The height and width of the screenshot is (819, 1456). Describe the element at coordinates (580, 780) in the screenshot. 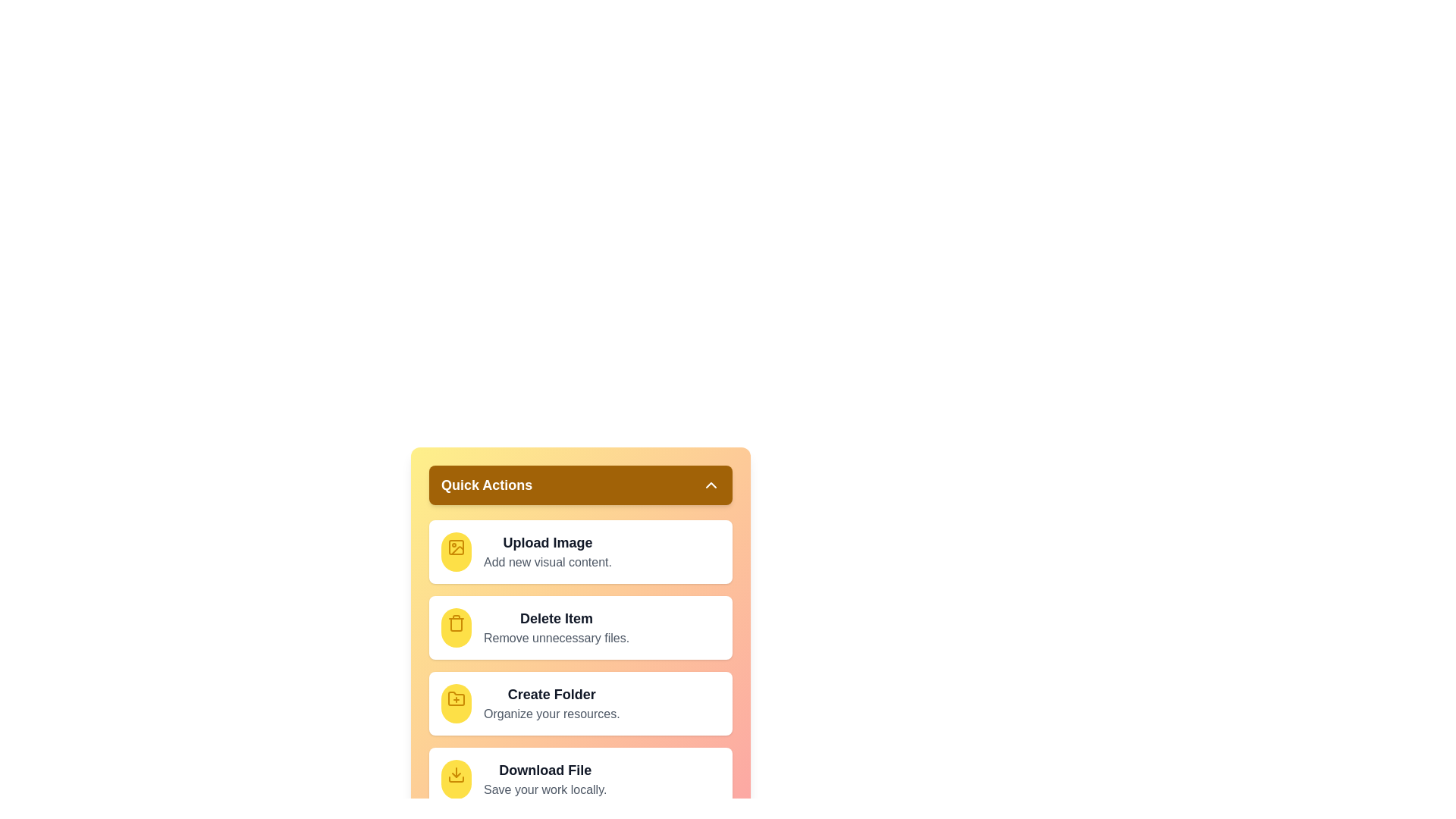

I see `the 'Download File' option in the QuickActionMenu` at that location.